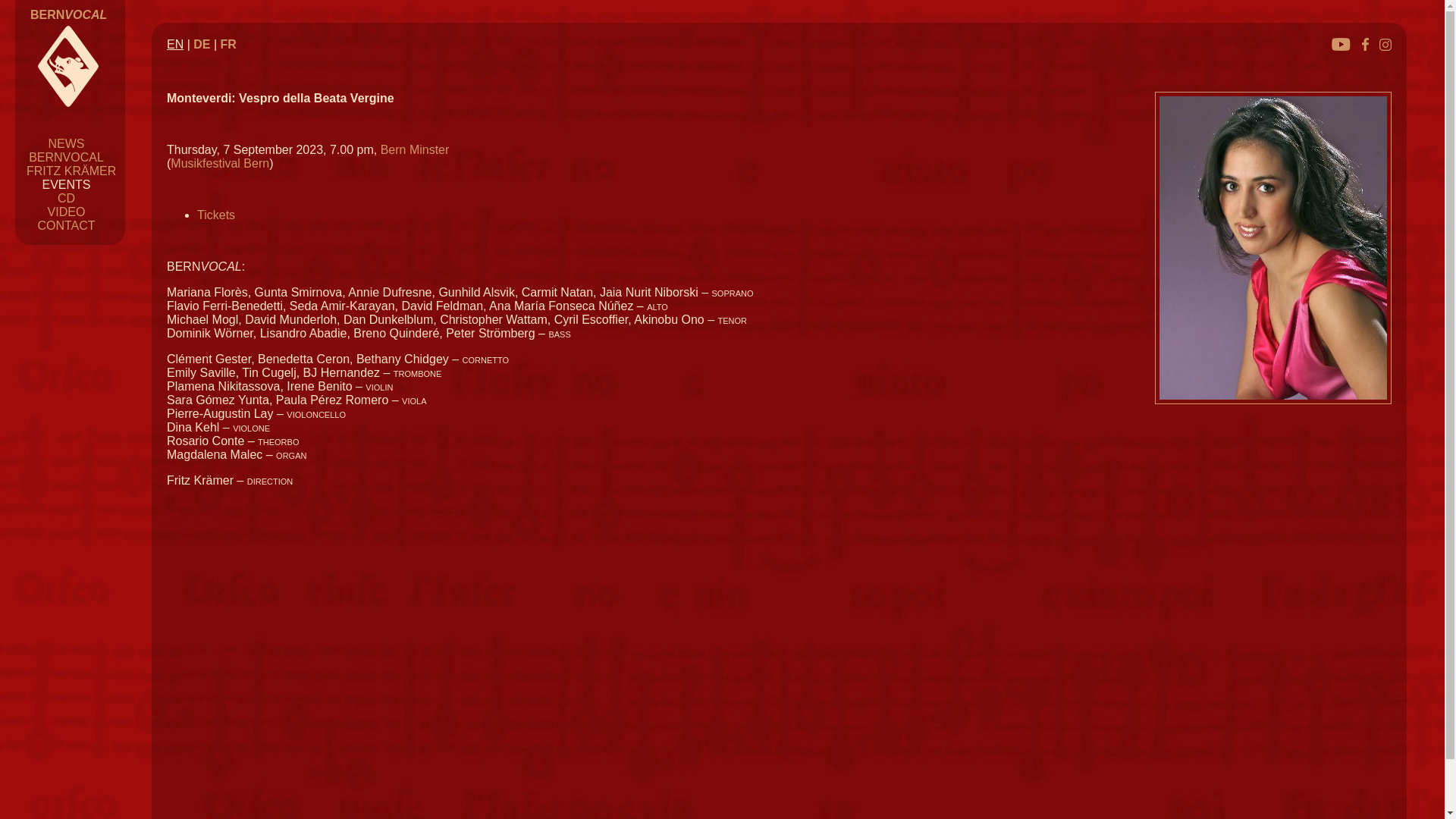  I want to click on 'VIDEO', so click(65, 212).